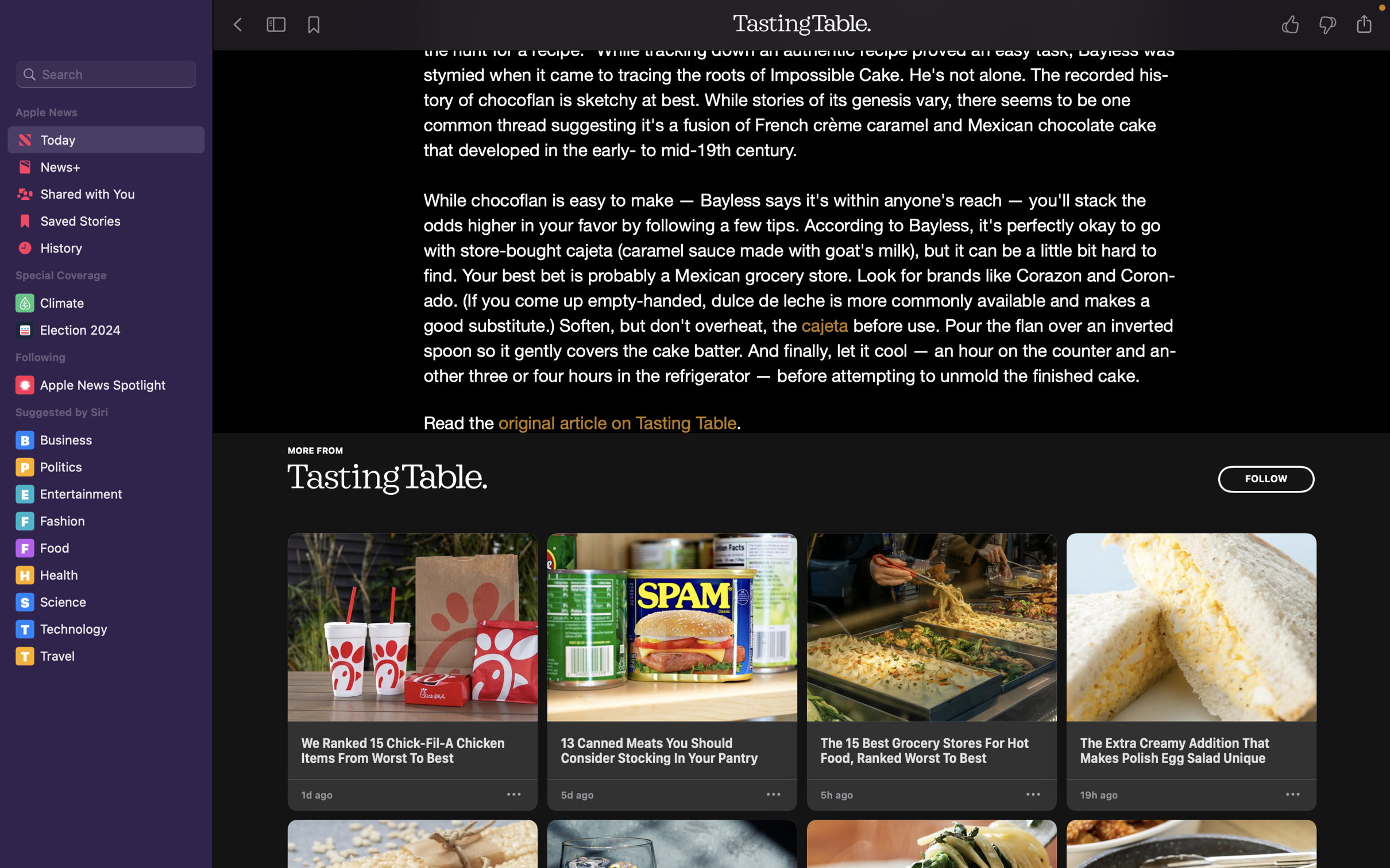  Describe the element at coordinates (1032, 795) in the screenshot. I see `In the Tasting Table page, go to the third news story and select "suggest less"` at that location.